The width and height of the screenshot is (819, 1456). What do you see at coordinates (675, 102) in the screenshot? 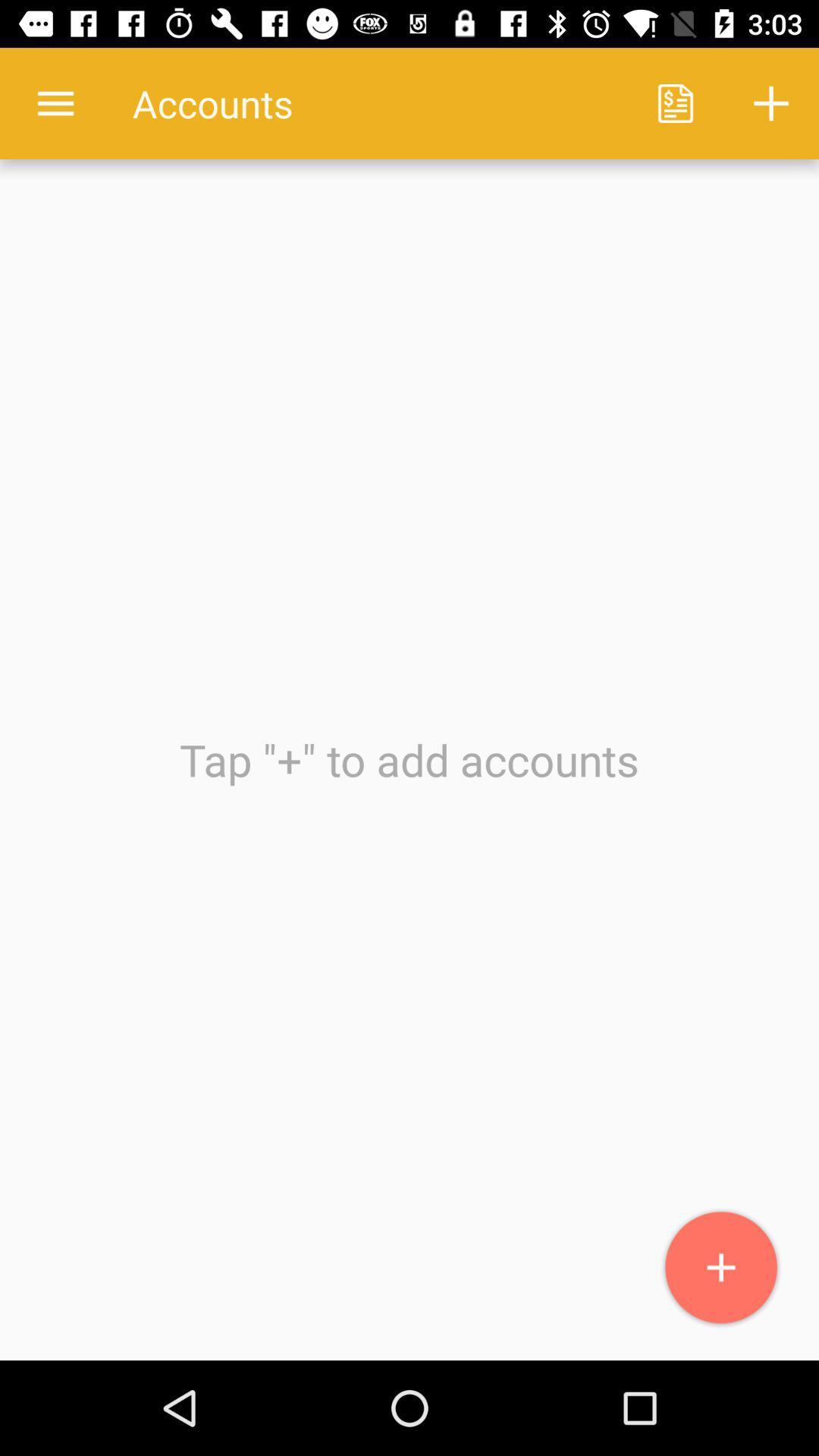
I see `icon to the right of the accounts` at bounding box center [675, 102].